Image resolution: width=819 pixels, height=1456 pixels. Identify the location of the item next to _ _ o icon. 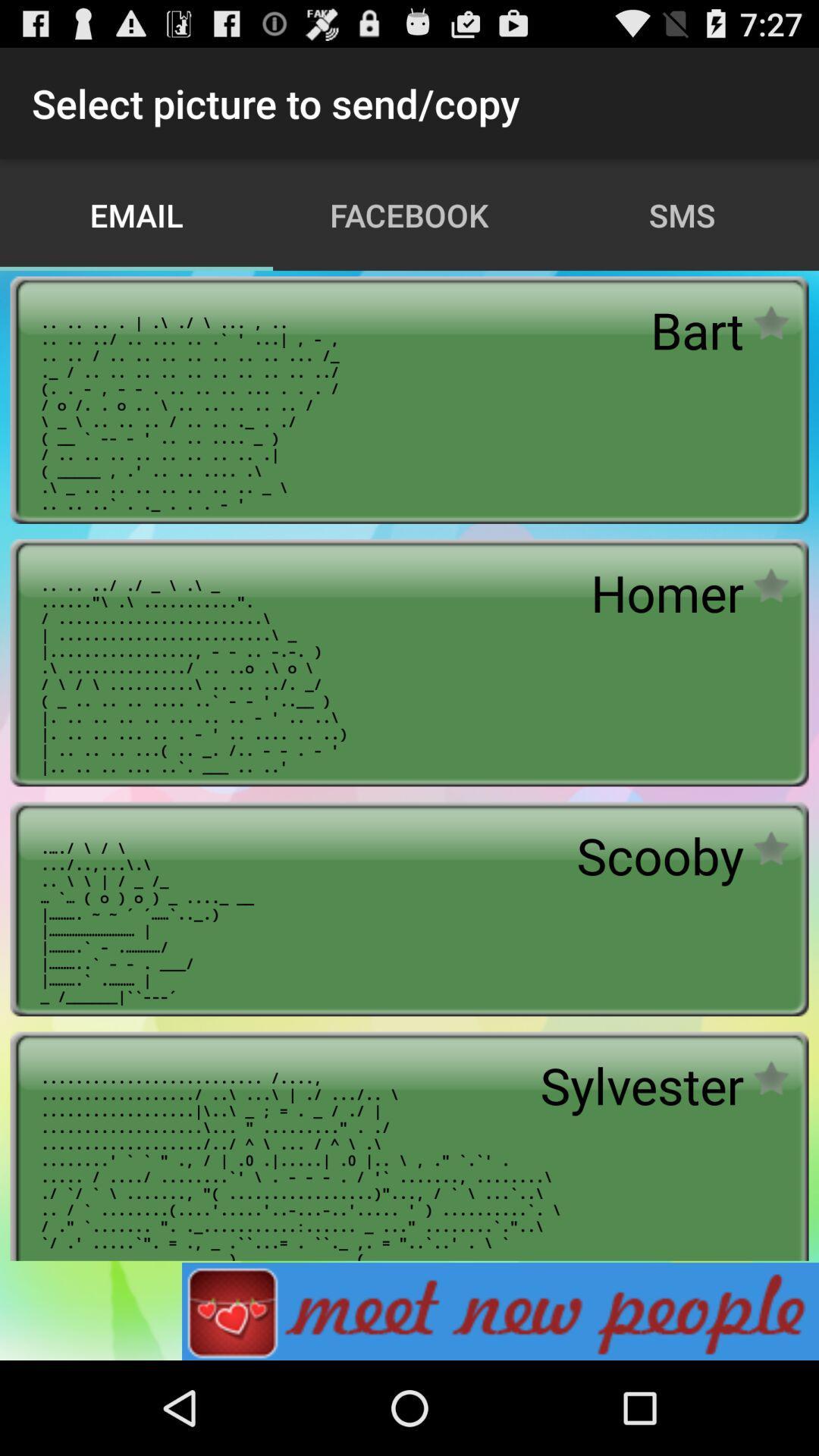
(659, 855).